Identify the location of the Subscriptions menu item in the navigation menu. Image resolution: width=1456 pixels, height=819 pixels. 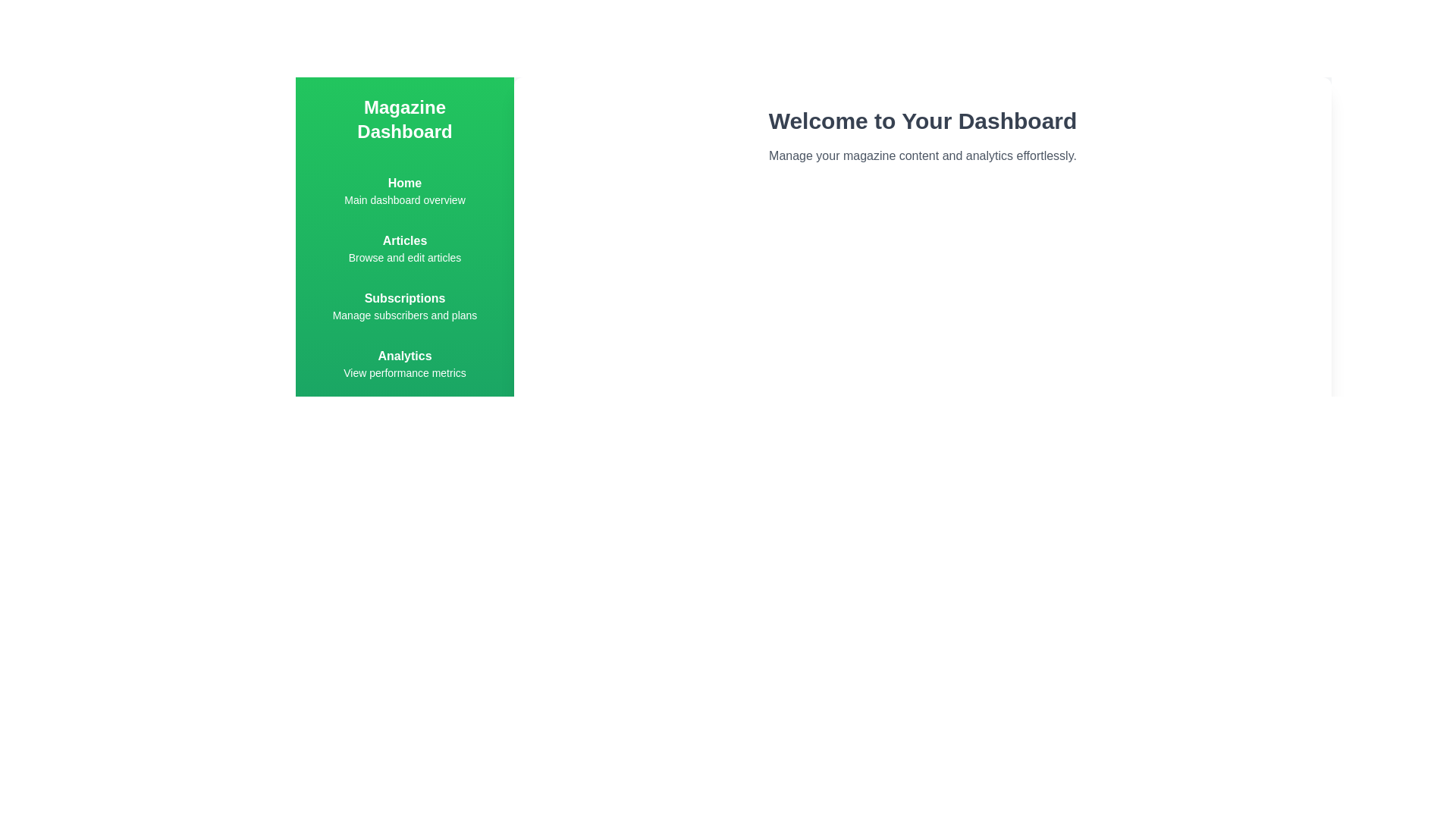
(404, 306).